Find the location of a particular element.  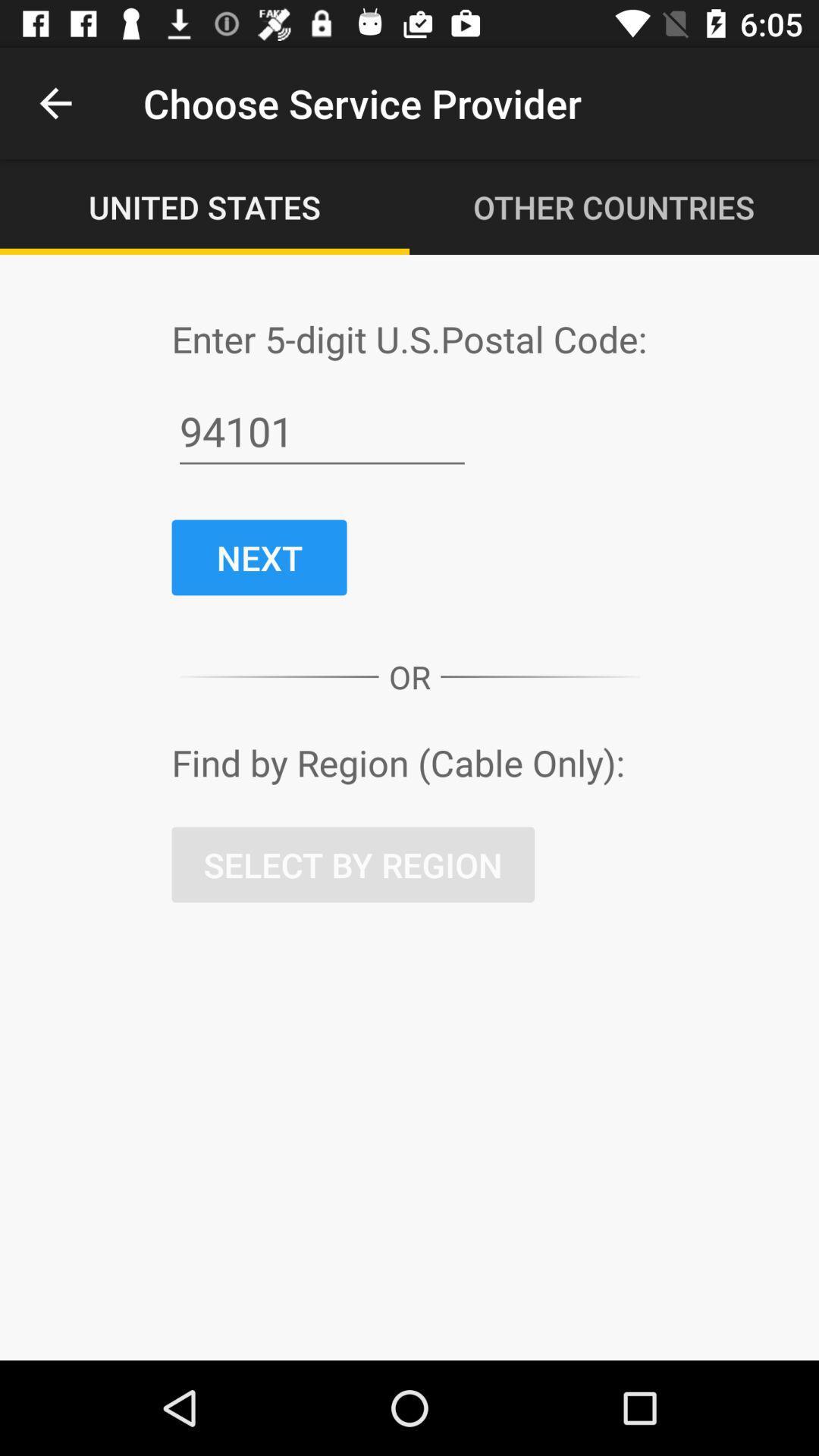

the button below rind by regioncable only is located at coordinates (353, 864).